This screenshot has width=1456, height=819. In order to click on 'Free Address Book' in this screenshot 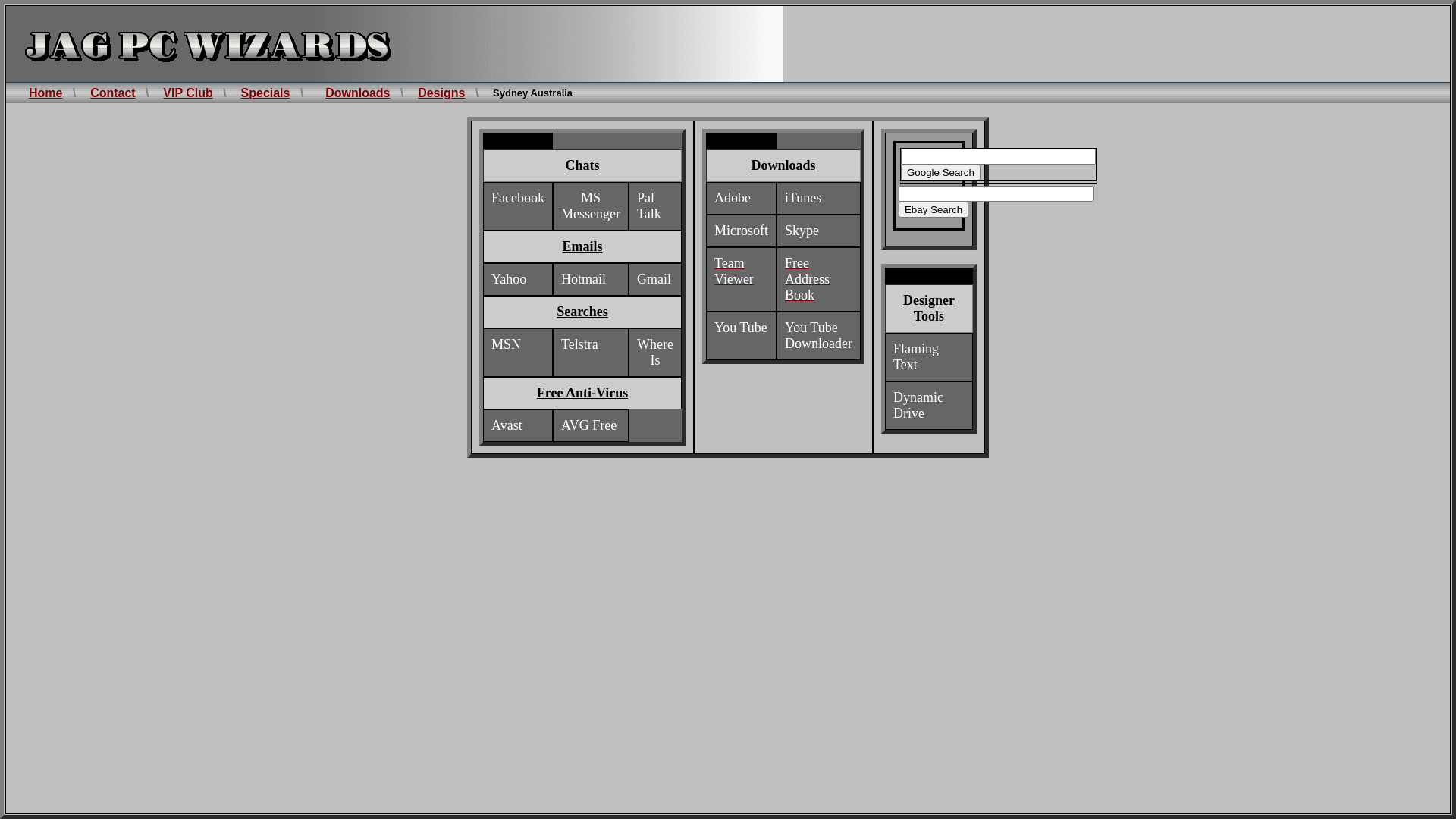, I will do `click(806, 279)`.